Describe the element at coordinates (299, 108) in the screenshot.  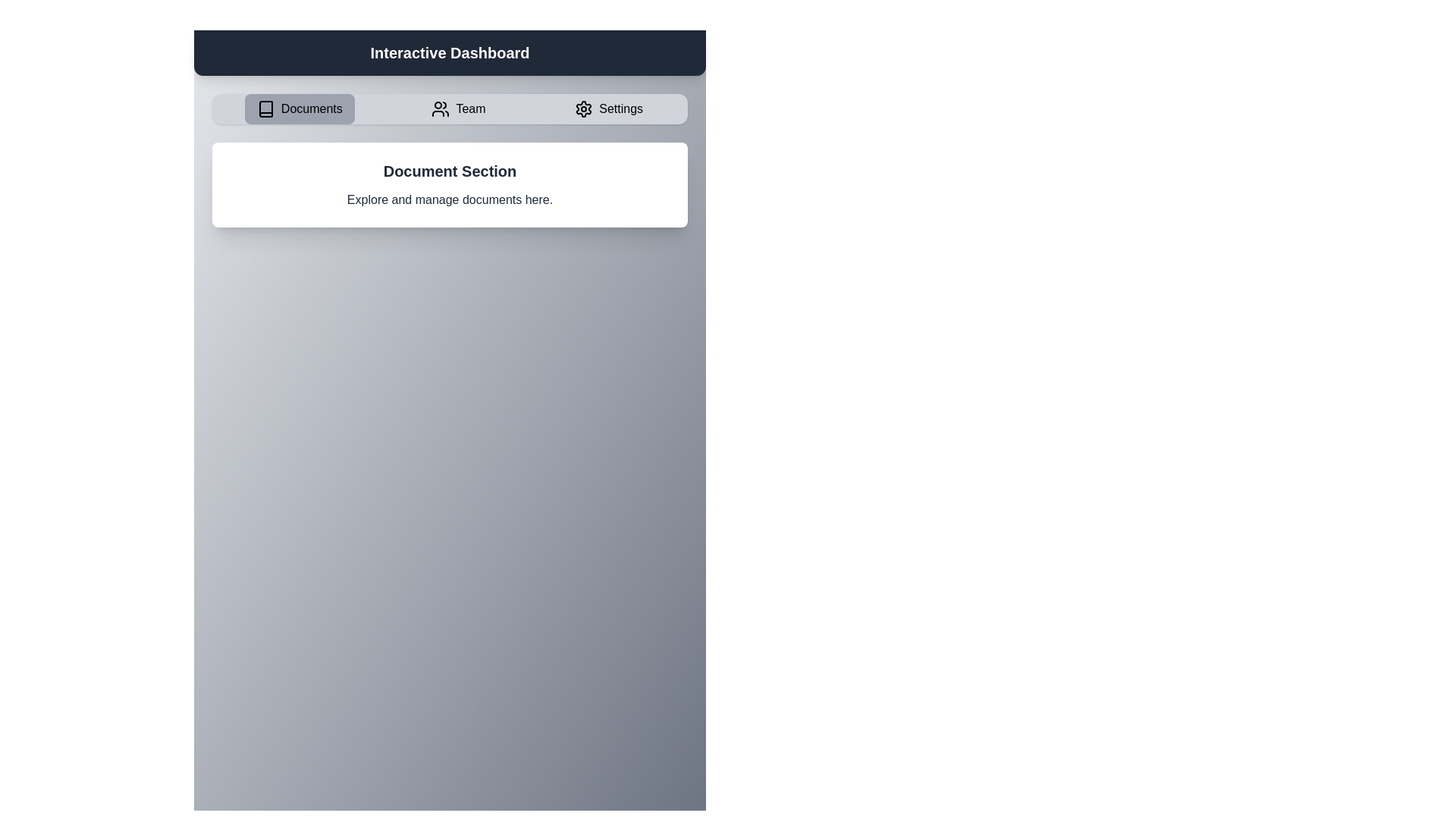
I see `the button located at the top left of the navigation bar` at that location.